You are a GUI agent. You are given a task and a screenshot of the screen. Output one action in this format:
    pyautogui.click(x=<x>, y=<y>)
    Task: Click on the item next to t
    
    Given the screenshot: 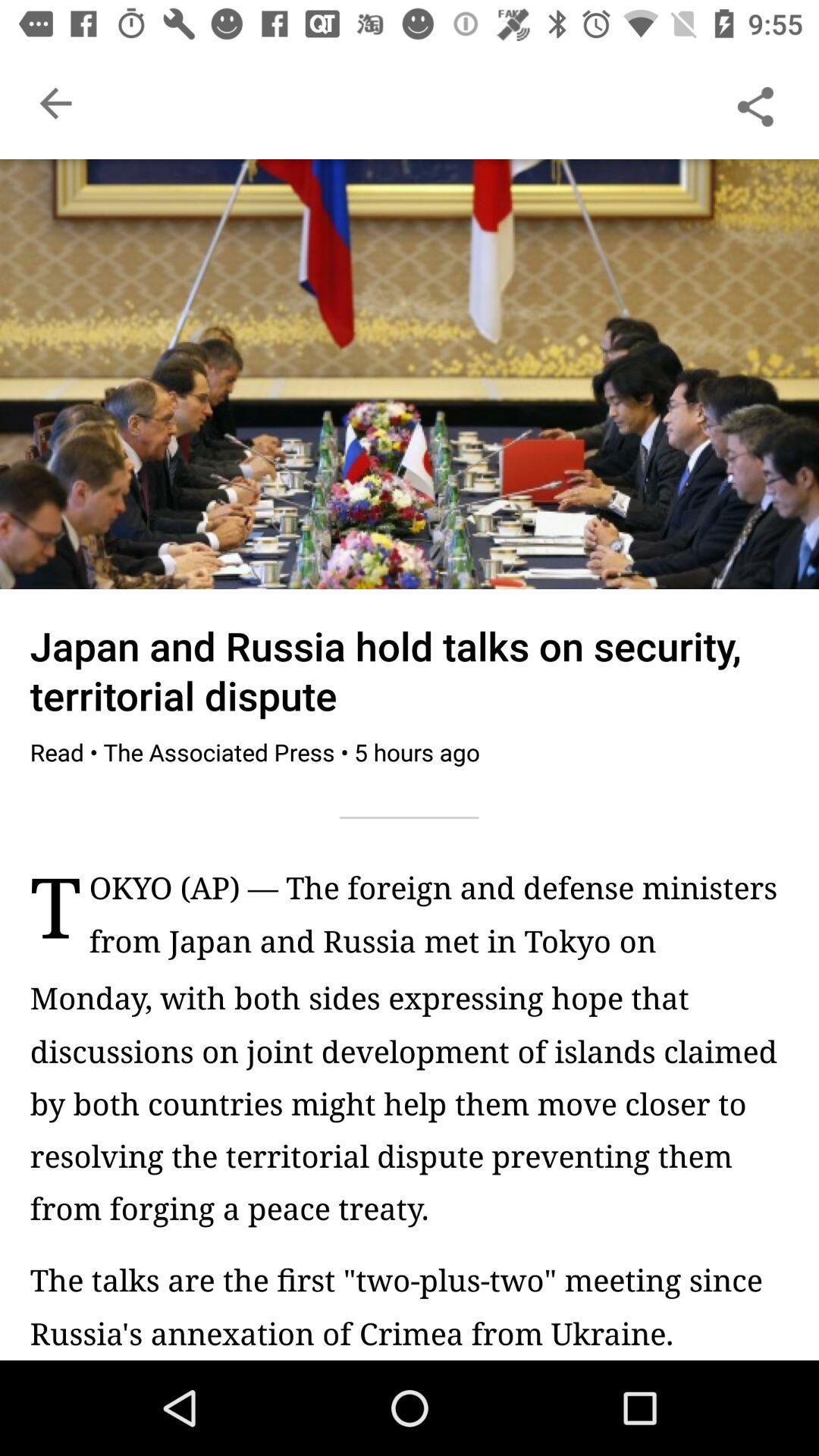 What is the action you would take?
    pyautogui.click(x=438, y=921)
    